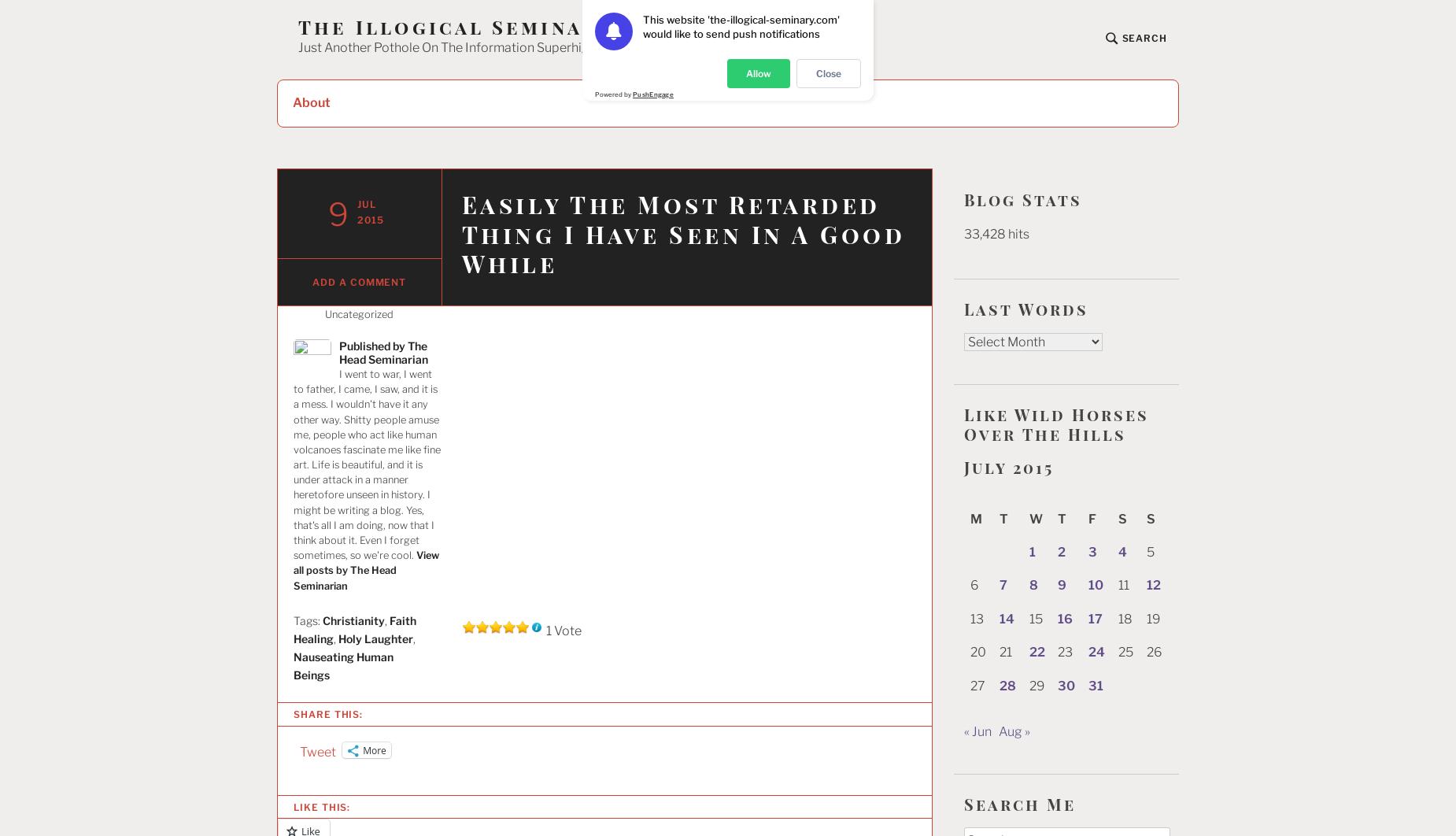 The image size is (1456, 836). What do you see at coordinates (354, 628) in the screenshot?
I see `'Faith Healing'` at bounding box center [354, 628].